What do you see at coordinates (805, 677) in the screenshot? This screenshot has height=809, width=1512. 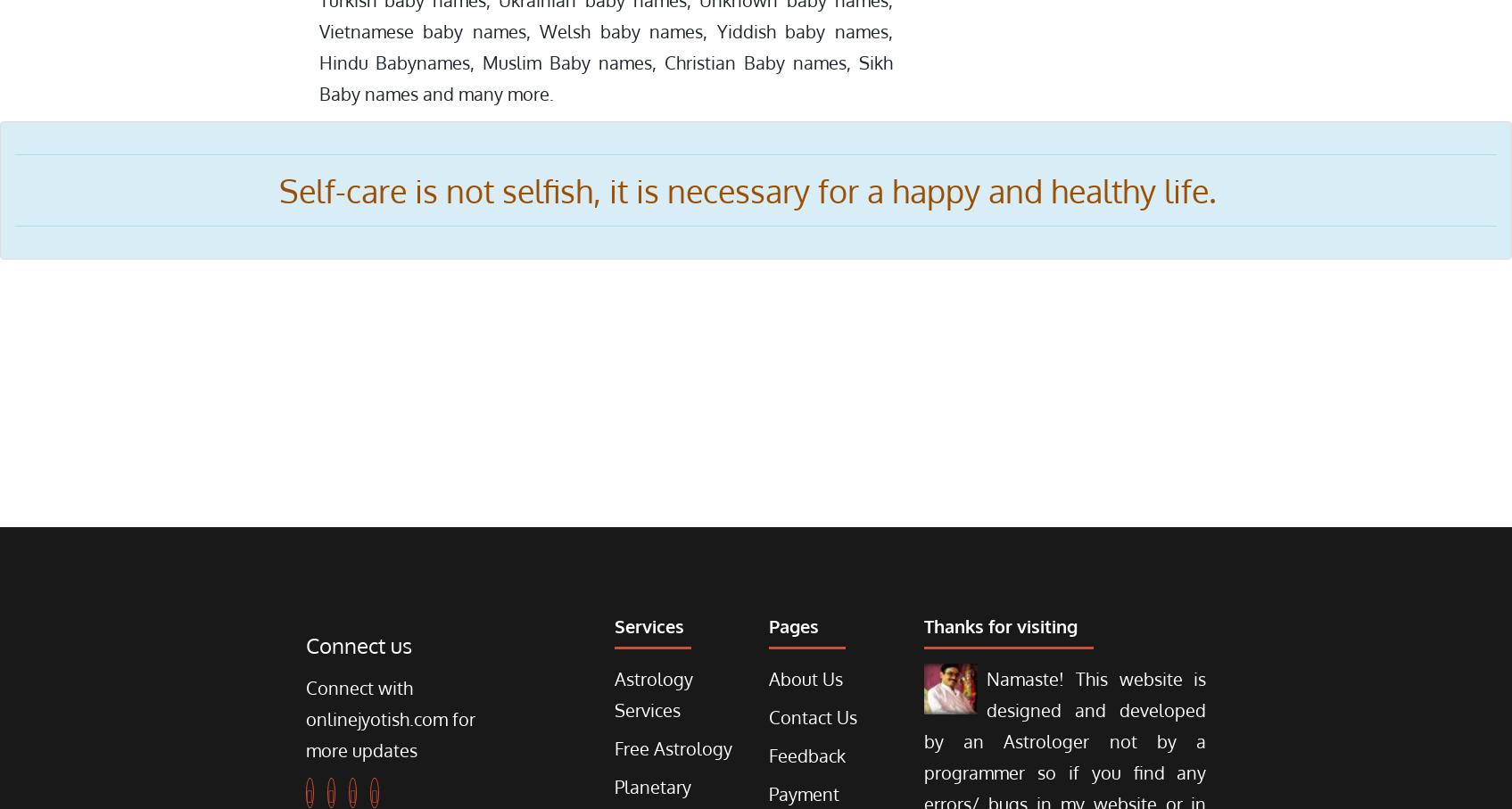 I see `'About Us'` at bounding box center [805, 677].